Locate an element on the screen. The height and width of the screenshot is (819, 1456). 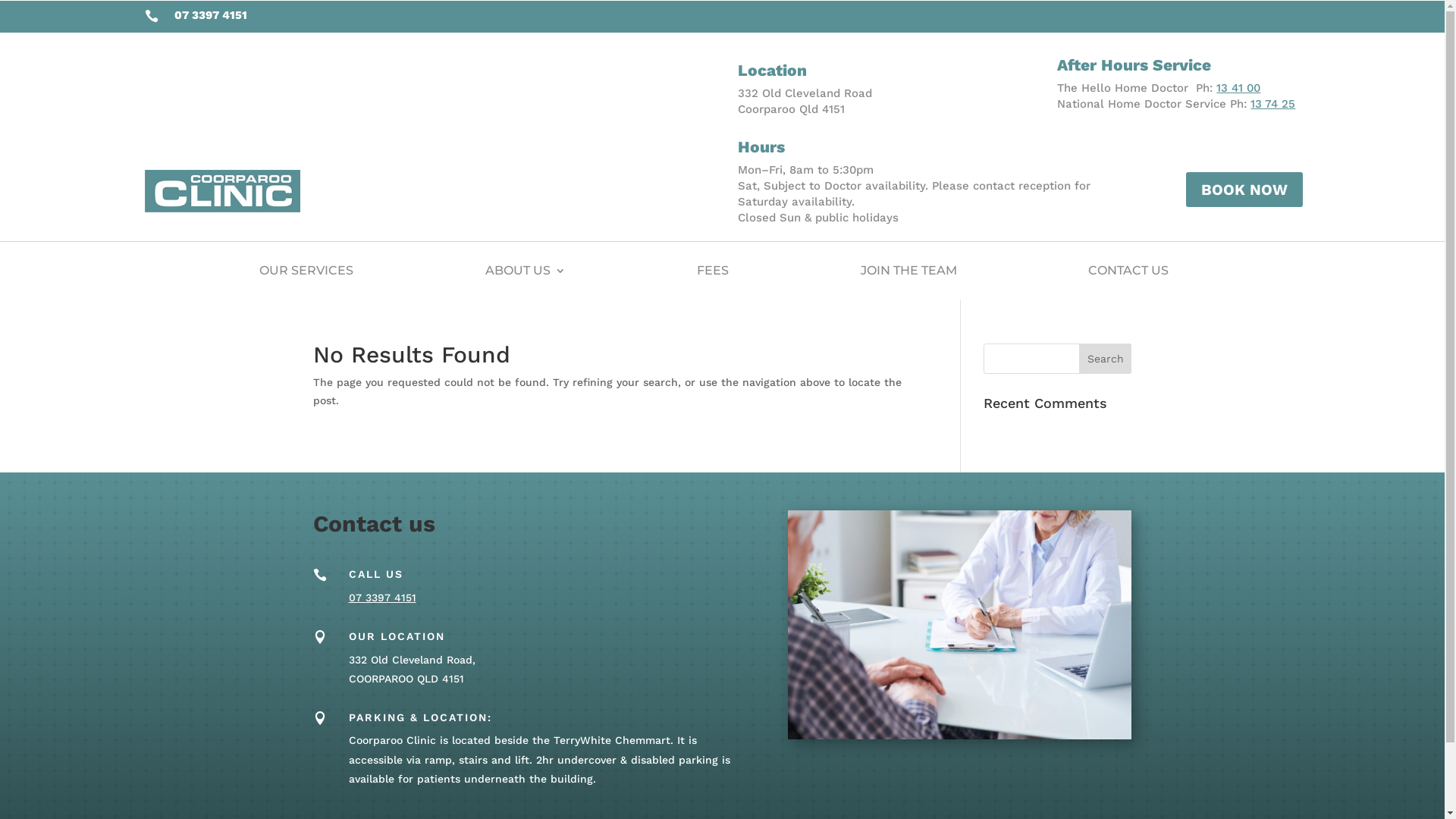
'ABOUT US' is located at coordinates (525, 270).